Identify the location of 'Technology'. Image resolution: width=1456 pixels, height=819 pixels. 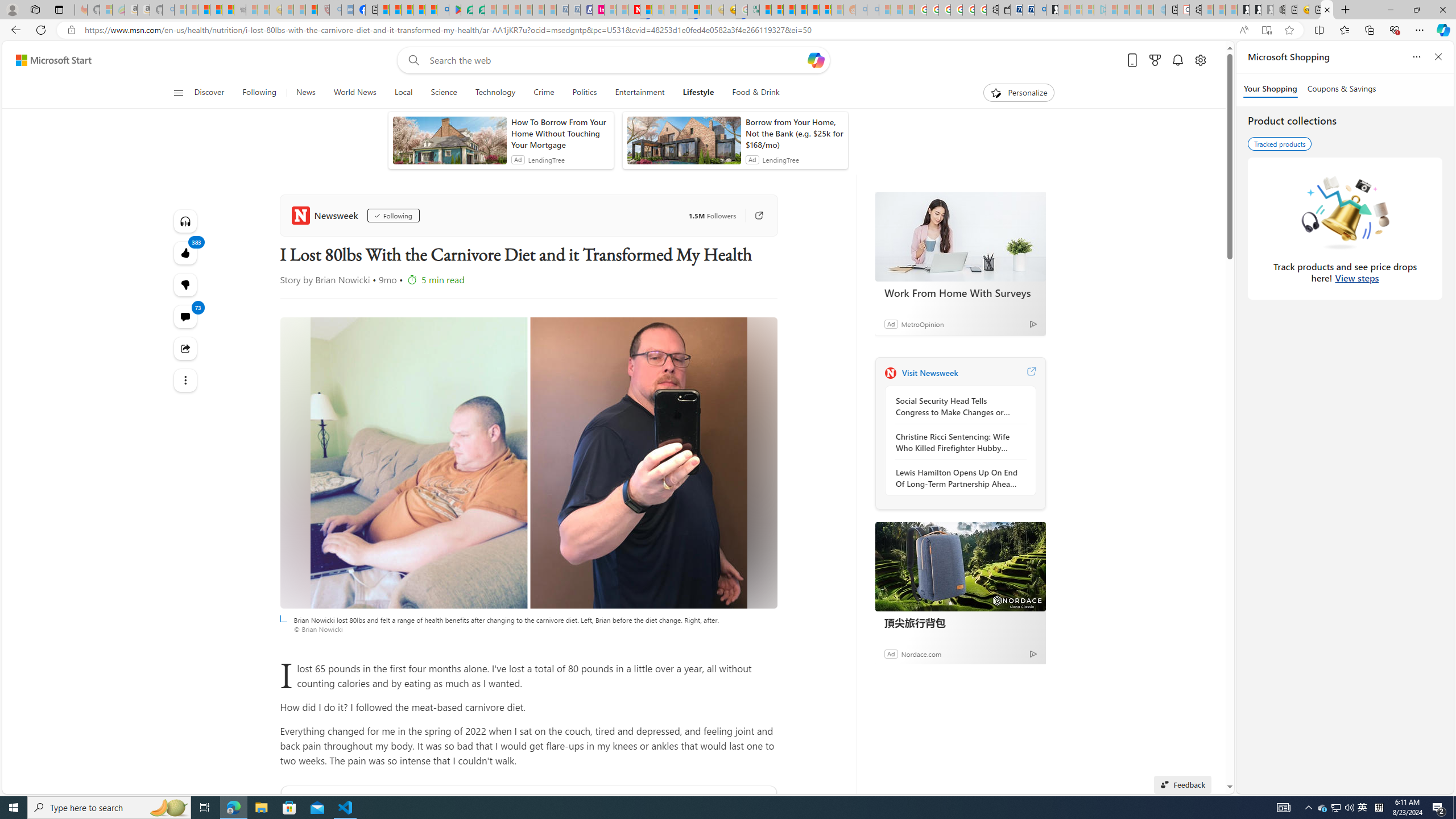
(495, 92).